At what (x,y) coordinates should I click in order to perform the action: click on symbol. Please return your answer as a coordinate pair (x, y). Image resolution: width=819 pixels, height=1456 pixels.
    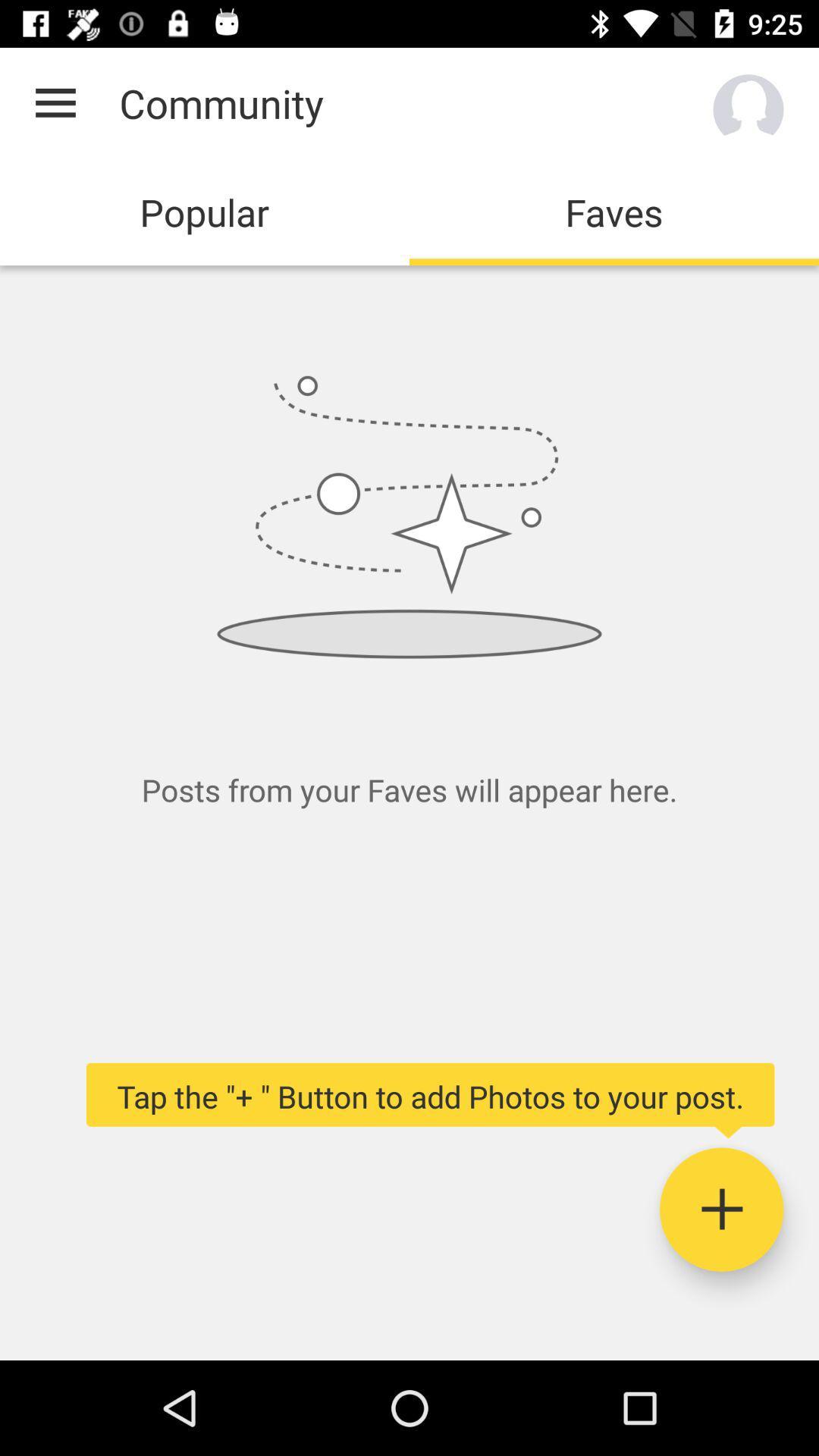
    Looking at the image, I should click on (720, 1209).